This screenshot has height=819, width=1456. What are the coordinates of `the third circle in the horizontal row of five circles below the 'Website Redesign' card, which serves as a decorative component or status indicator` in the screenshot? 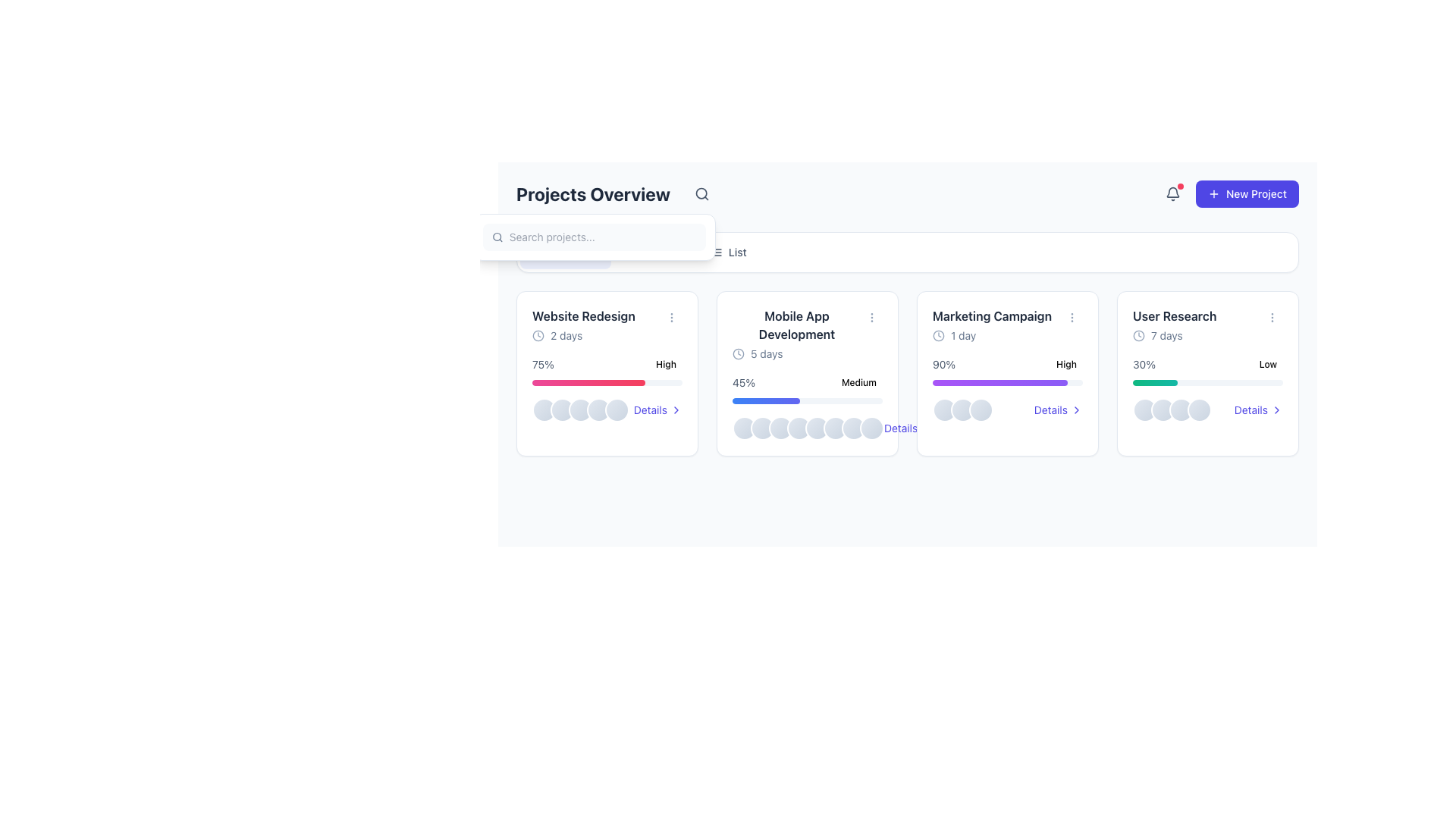 It's located at (580, 409).